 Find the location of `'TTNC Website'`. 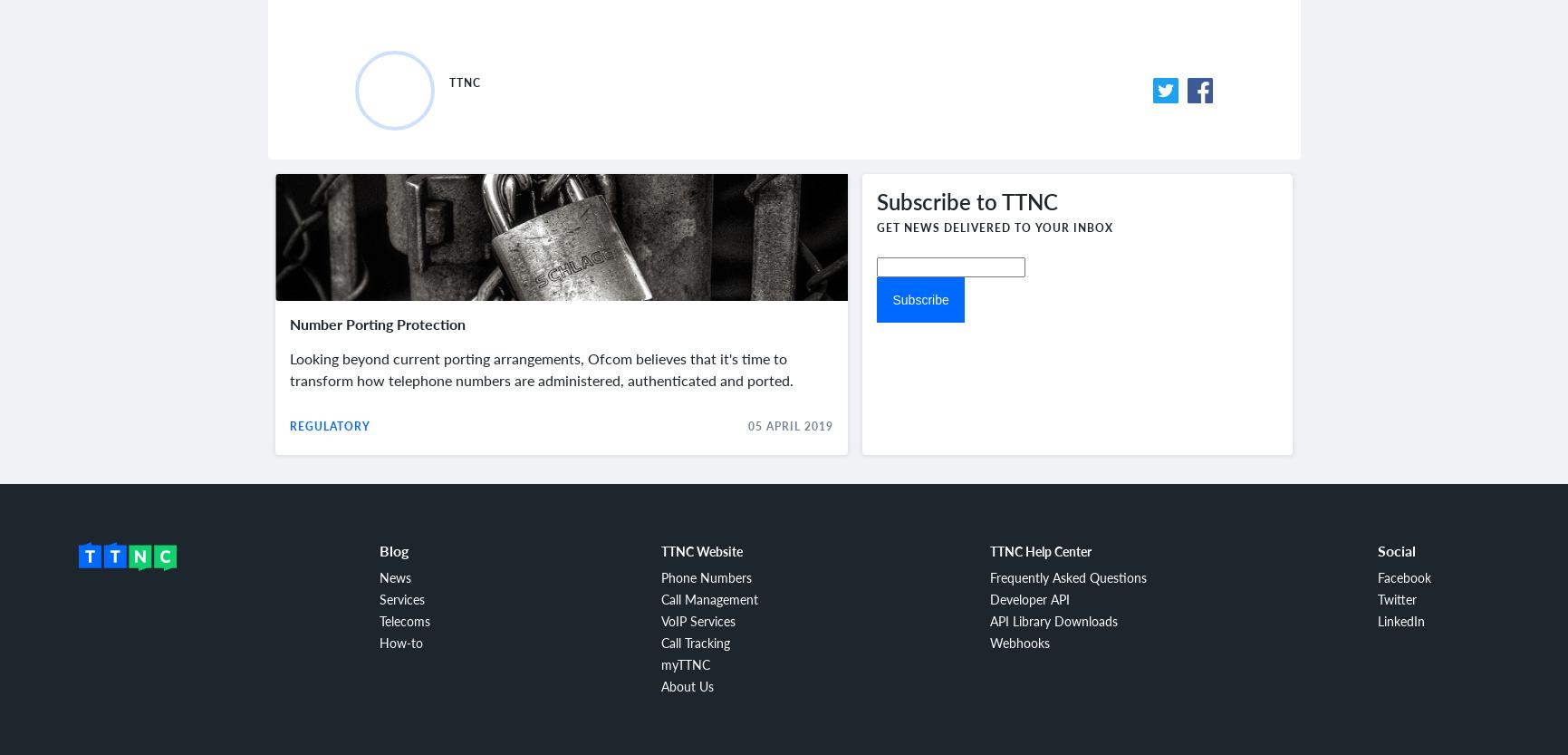

'TTNC Website' is located at coordinates (660, 550).